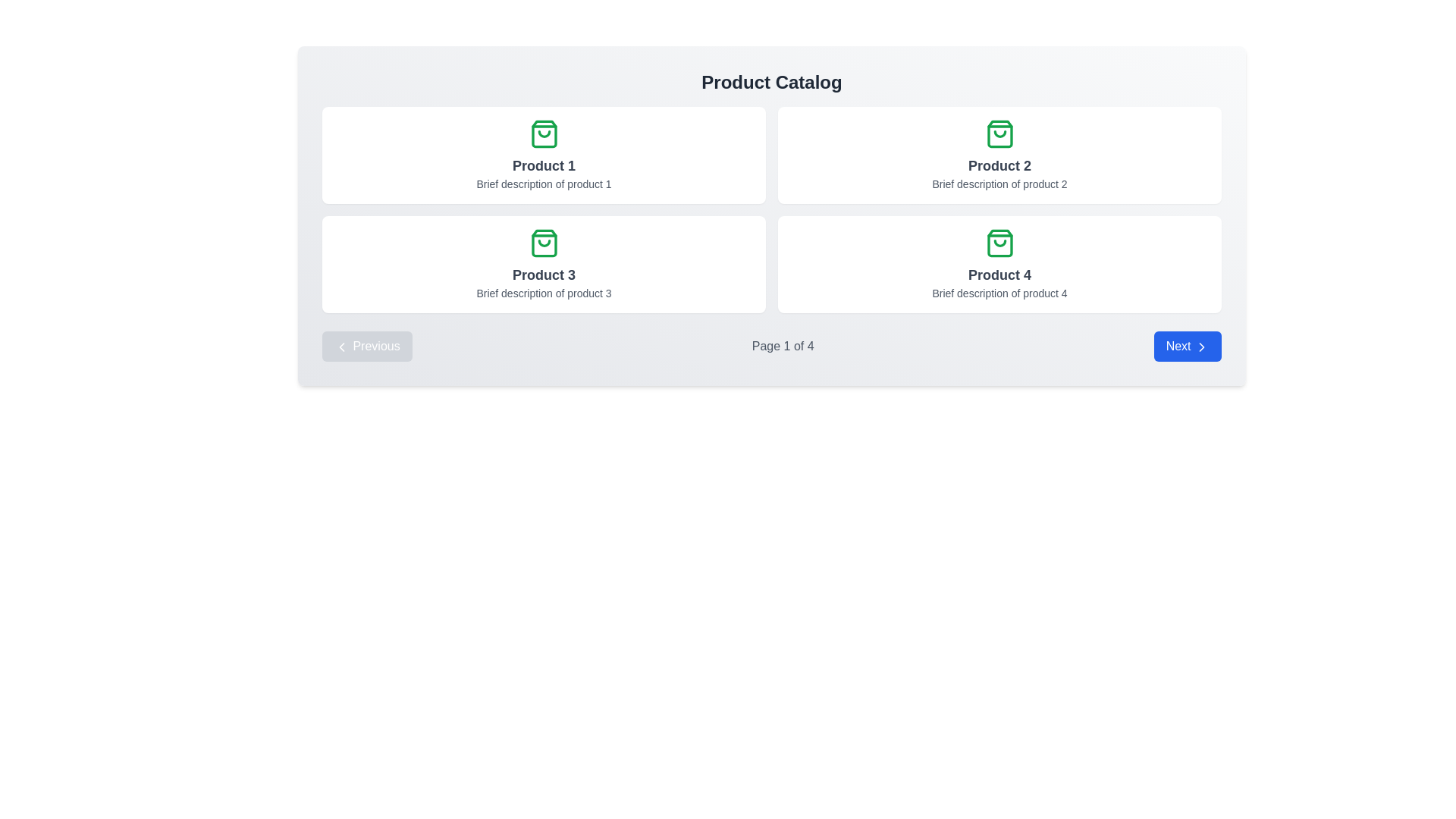 The width and height of the screenshot is (1456, 819). I want to click on text label providing details about 'Product 3', located beneath the bold title in the third product card, centered within the card, so click(544, 293).